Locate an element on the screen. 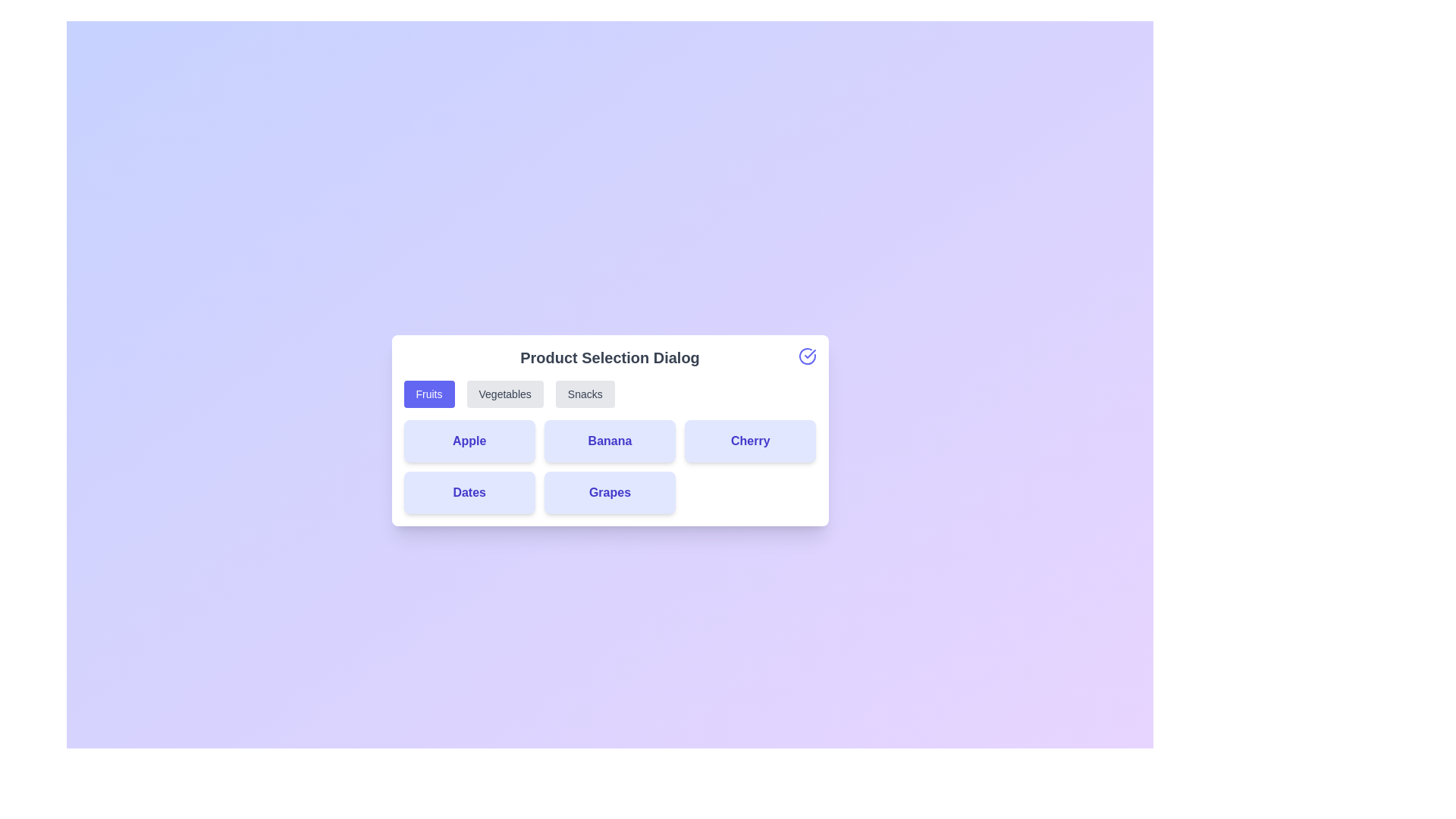  the product card labeled Cherry is located at coordinates (750, 441).